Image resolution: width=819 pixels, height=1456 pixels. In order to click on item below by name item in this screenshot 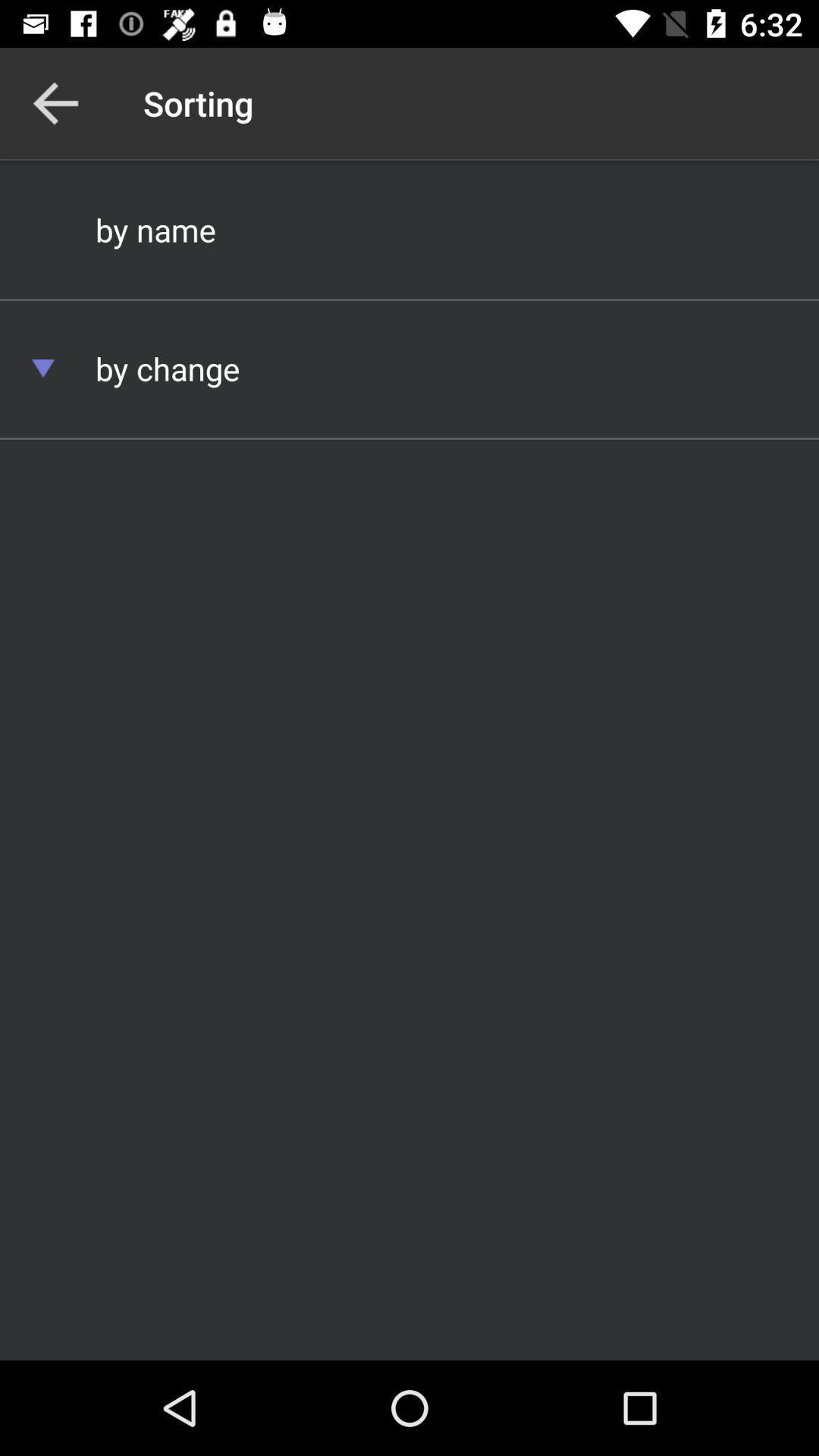, I will do `click(42, 368)`.